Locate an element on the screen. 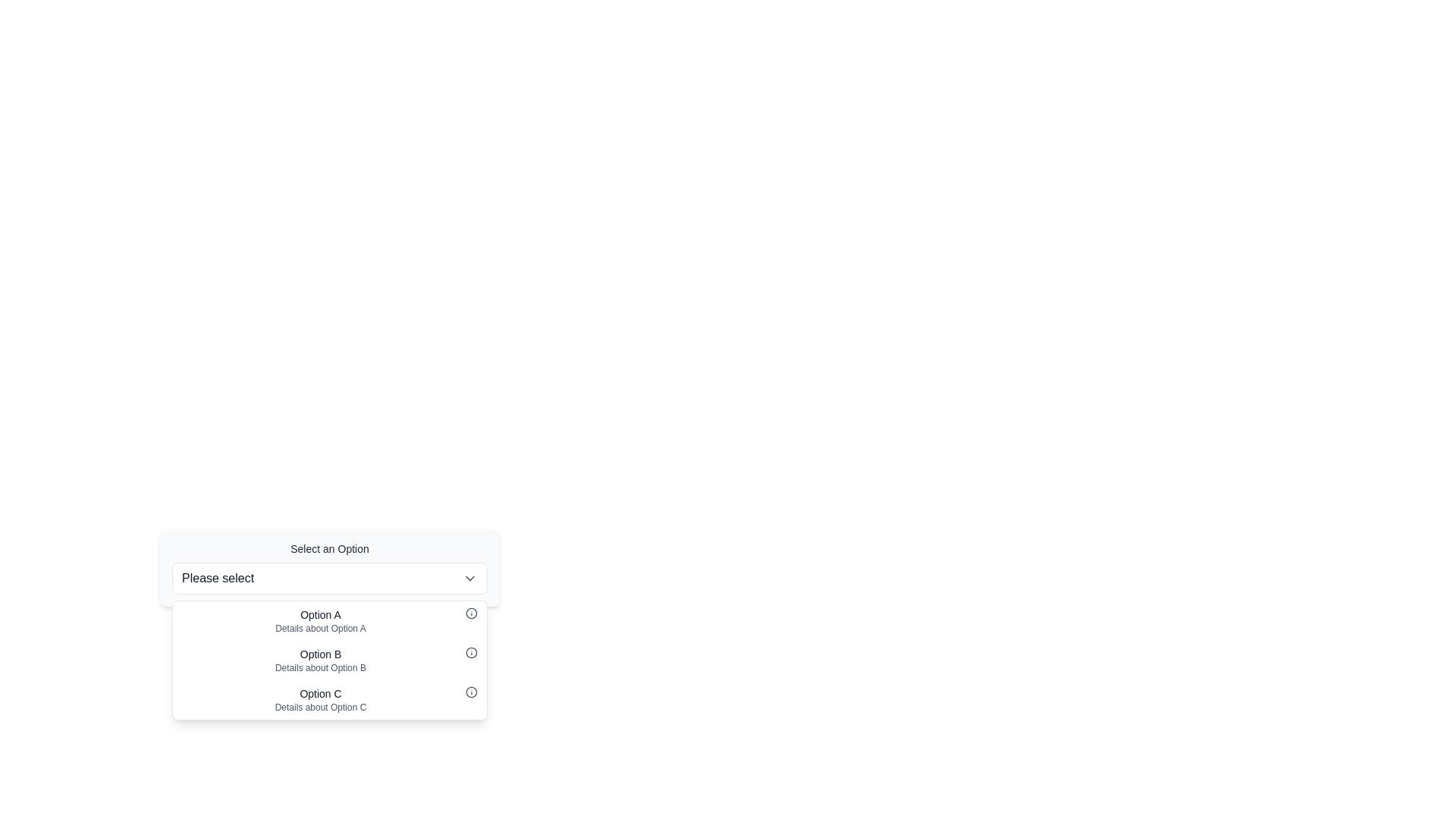 This screenshot has width=1456, height=819. the information icon button located to the right of 'Option B' in the dropdown menu, which provides additional details about 'Option B' is located at coordinates (471, 651).